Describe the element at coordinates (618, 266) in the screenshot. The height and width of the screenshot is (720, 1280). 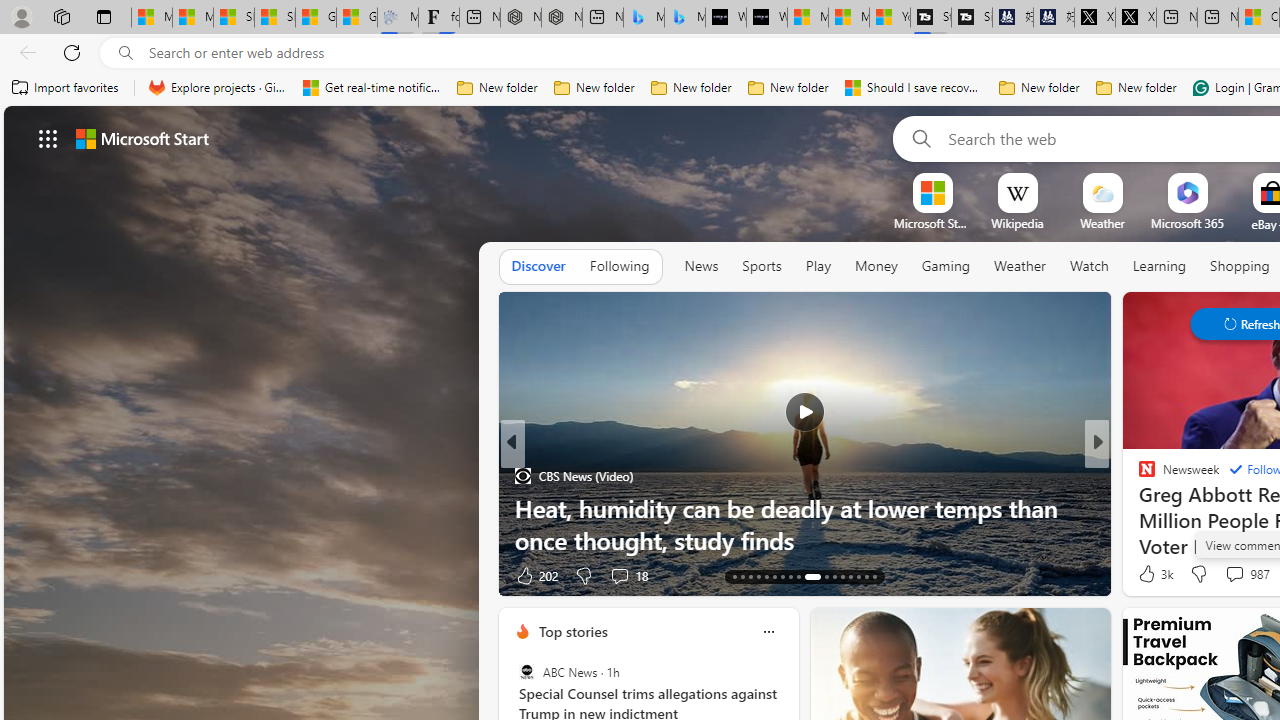
I see `'Following'` at that location.